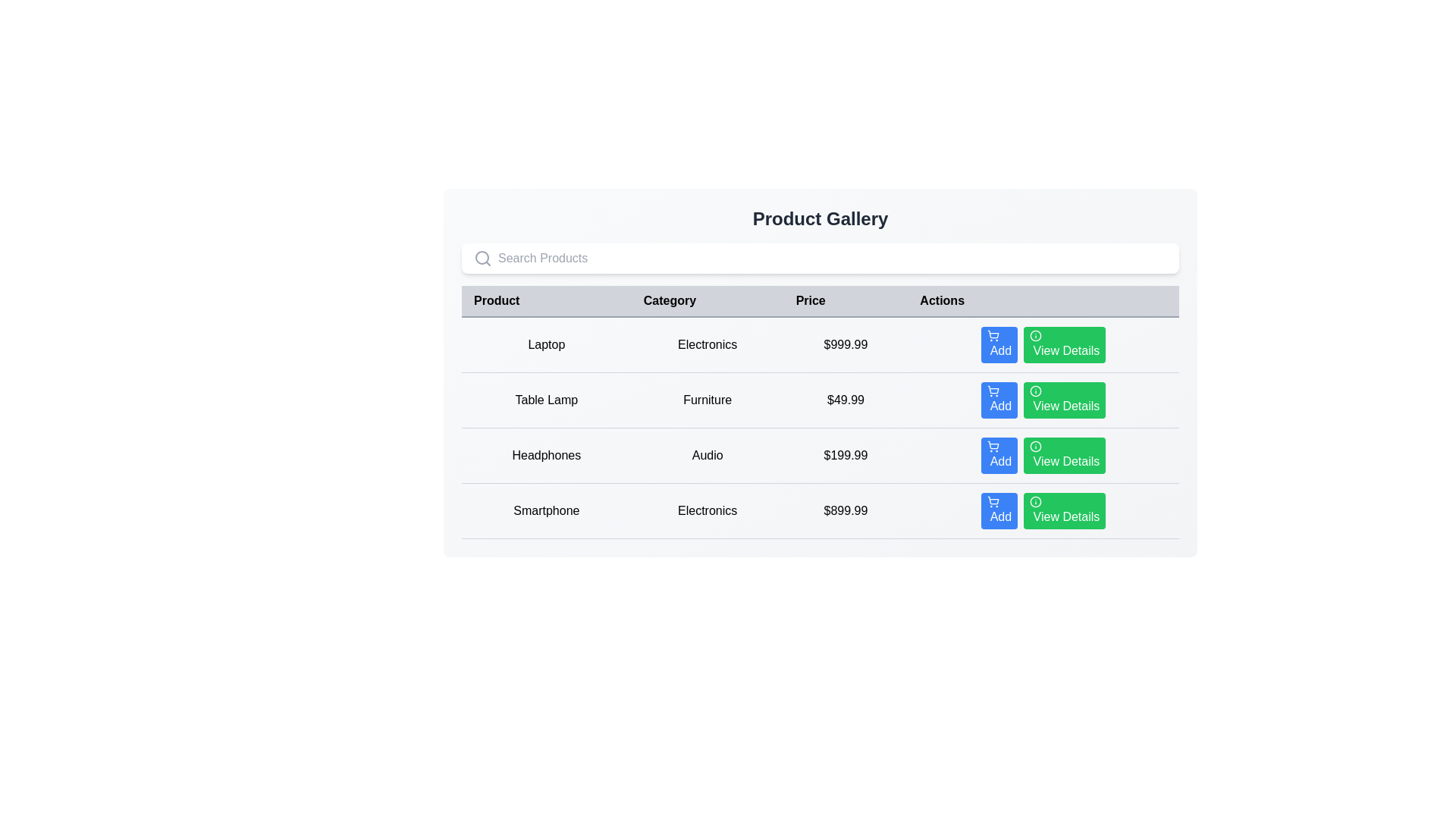  What do you see at coordinates (999, 511) in the screenshot?
I see `the 'Add to Cart' button for the 'Smartphone' product located in the last row of the product listing table, positioned to the left of the green 'View Details' button` at bounding box center [999, 511].